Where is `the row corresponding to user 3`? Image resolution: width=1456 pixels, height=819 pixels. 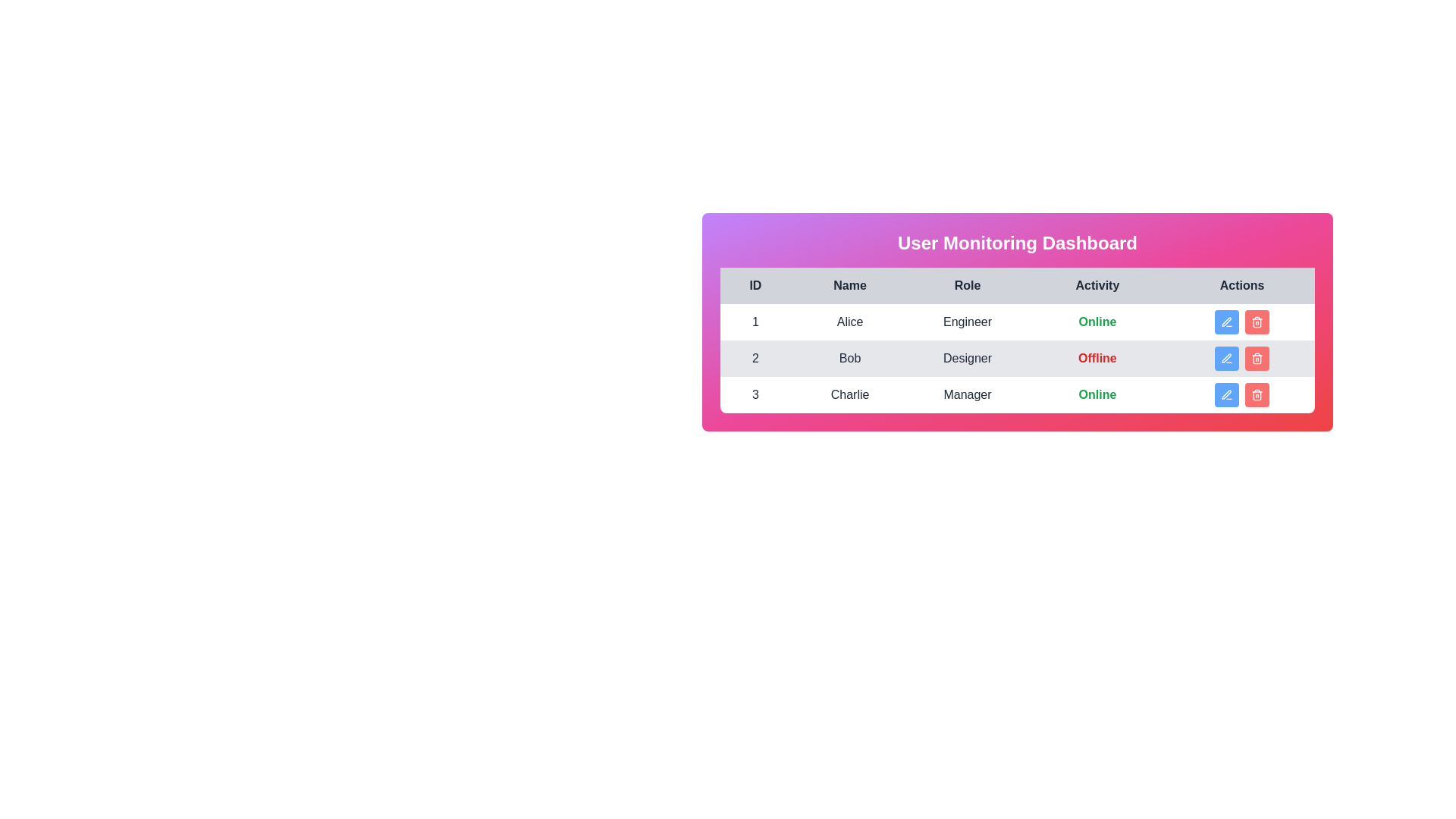 the row corresponding to user 3 is located at coordinates (1018, 394).